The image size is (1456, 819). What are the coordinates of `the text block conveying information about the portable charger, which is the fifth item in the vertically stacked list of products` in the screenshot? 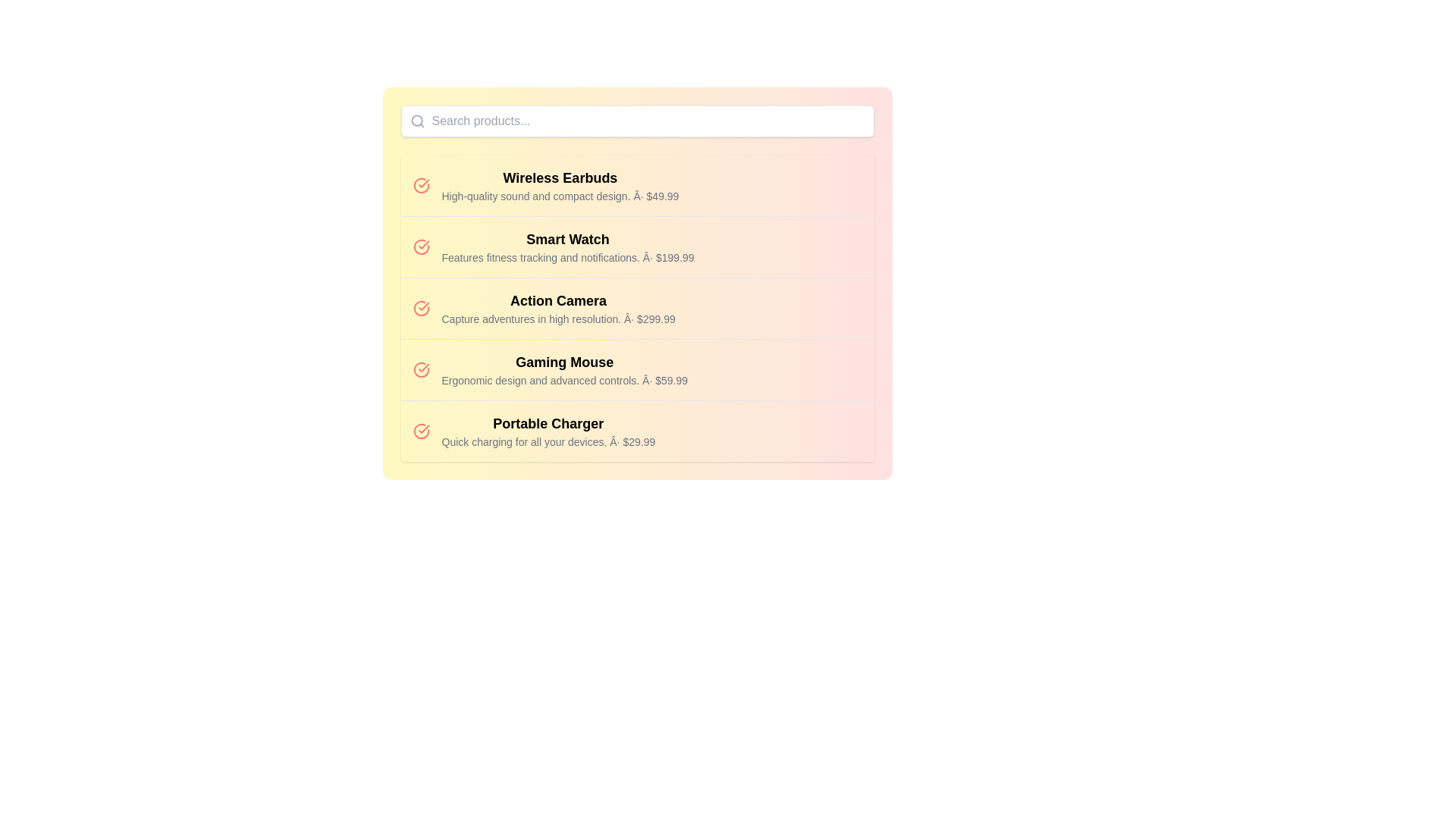 It's located at (548, 431).